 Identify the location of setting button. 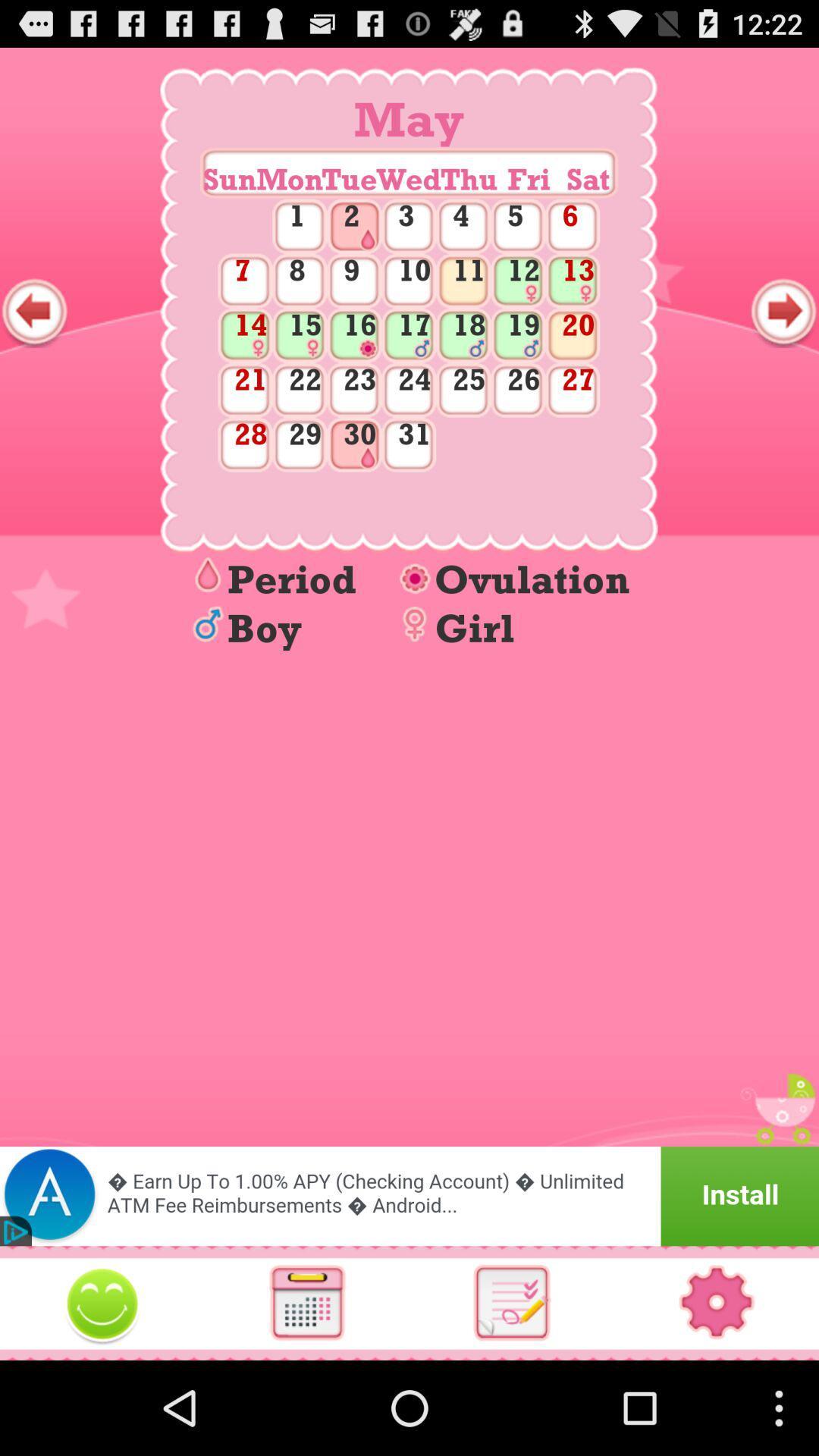
(717, 1302).